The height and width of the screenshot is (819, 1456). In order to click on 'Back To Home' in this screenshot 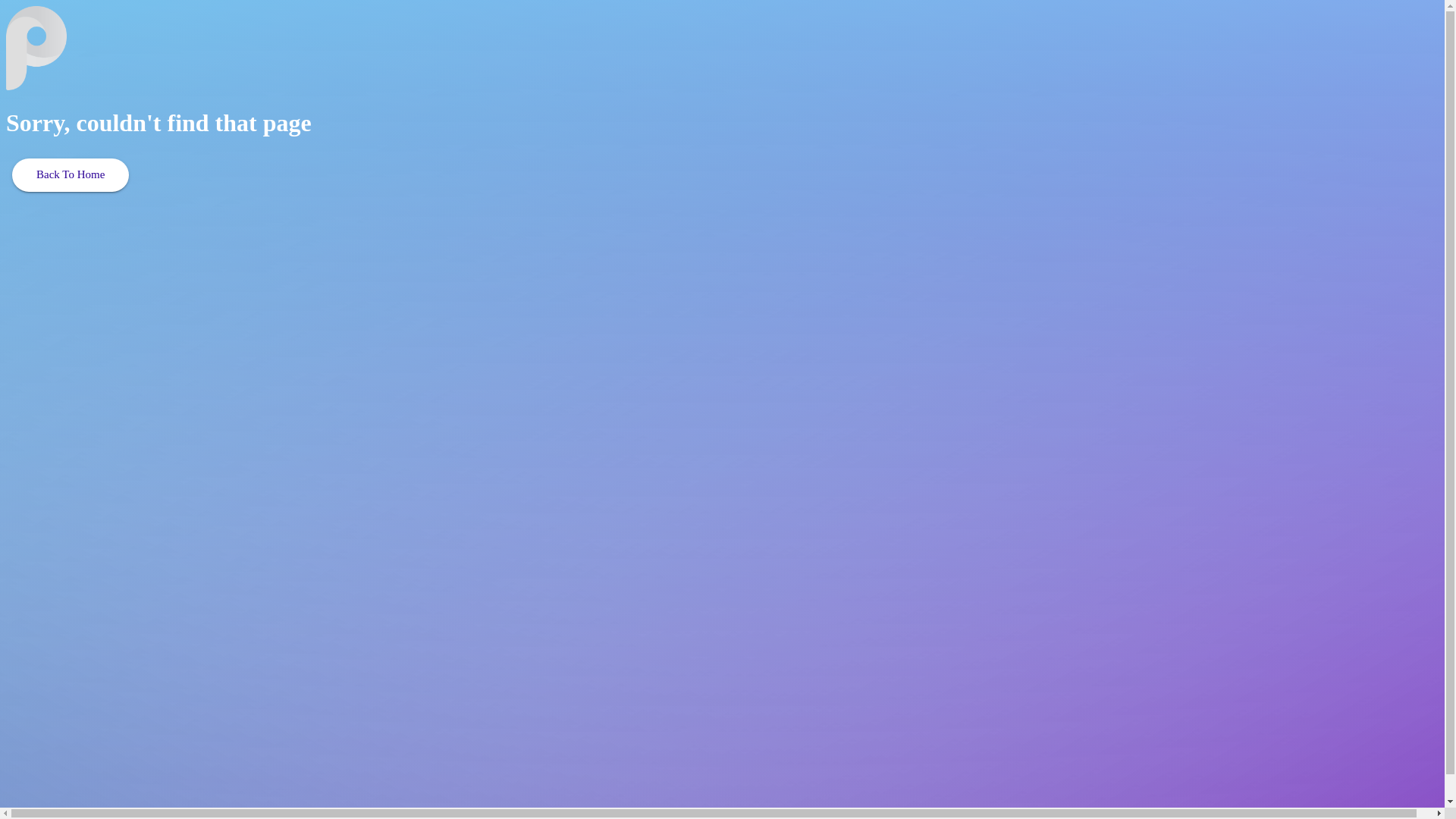, I will do `click(69, 174)`.